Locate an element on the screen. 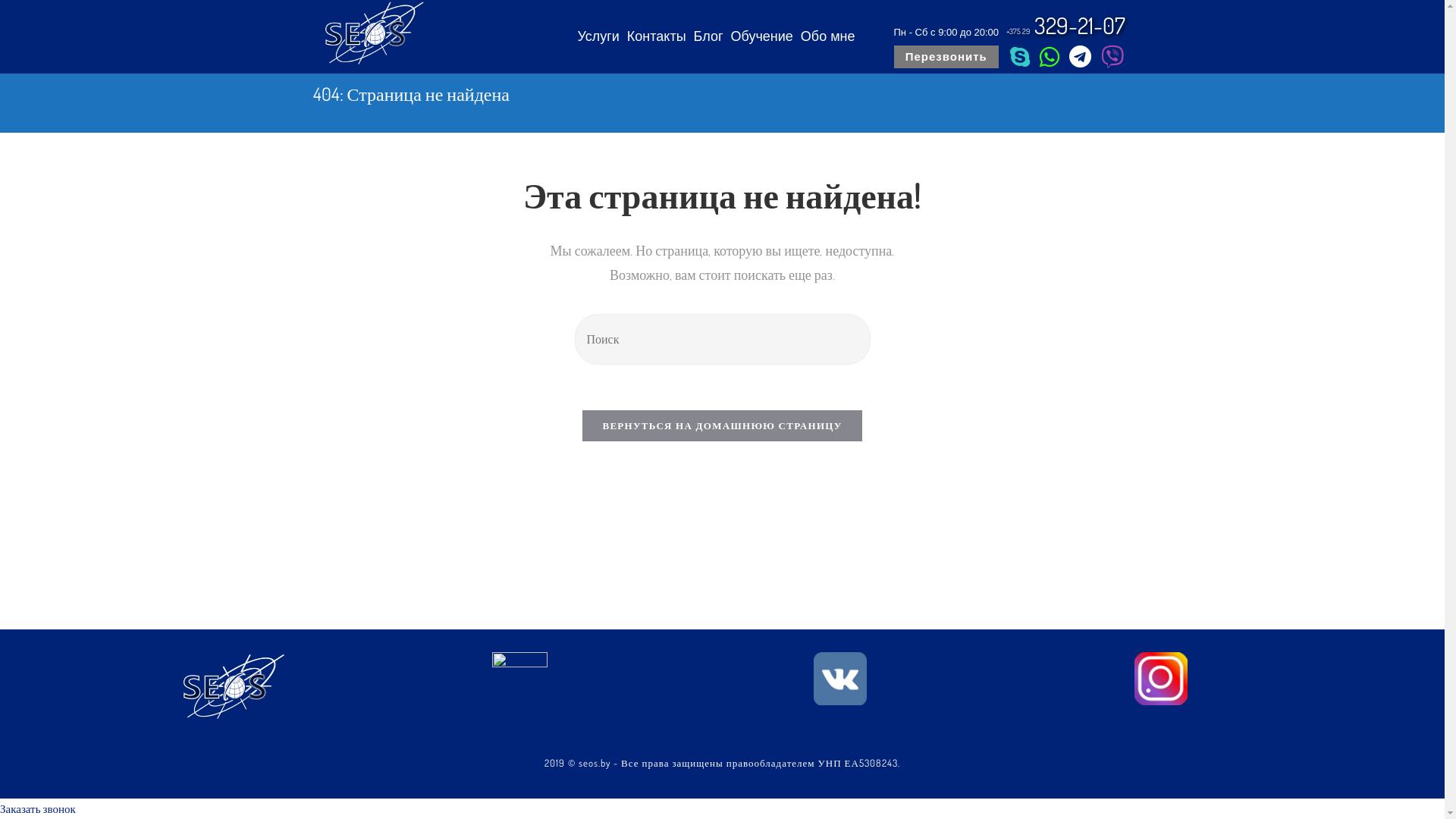 This screenshot has height=819, width=1456. '+375 29 329-21-07' is located at coordinates (1065, 25).